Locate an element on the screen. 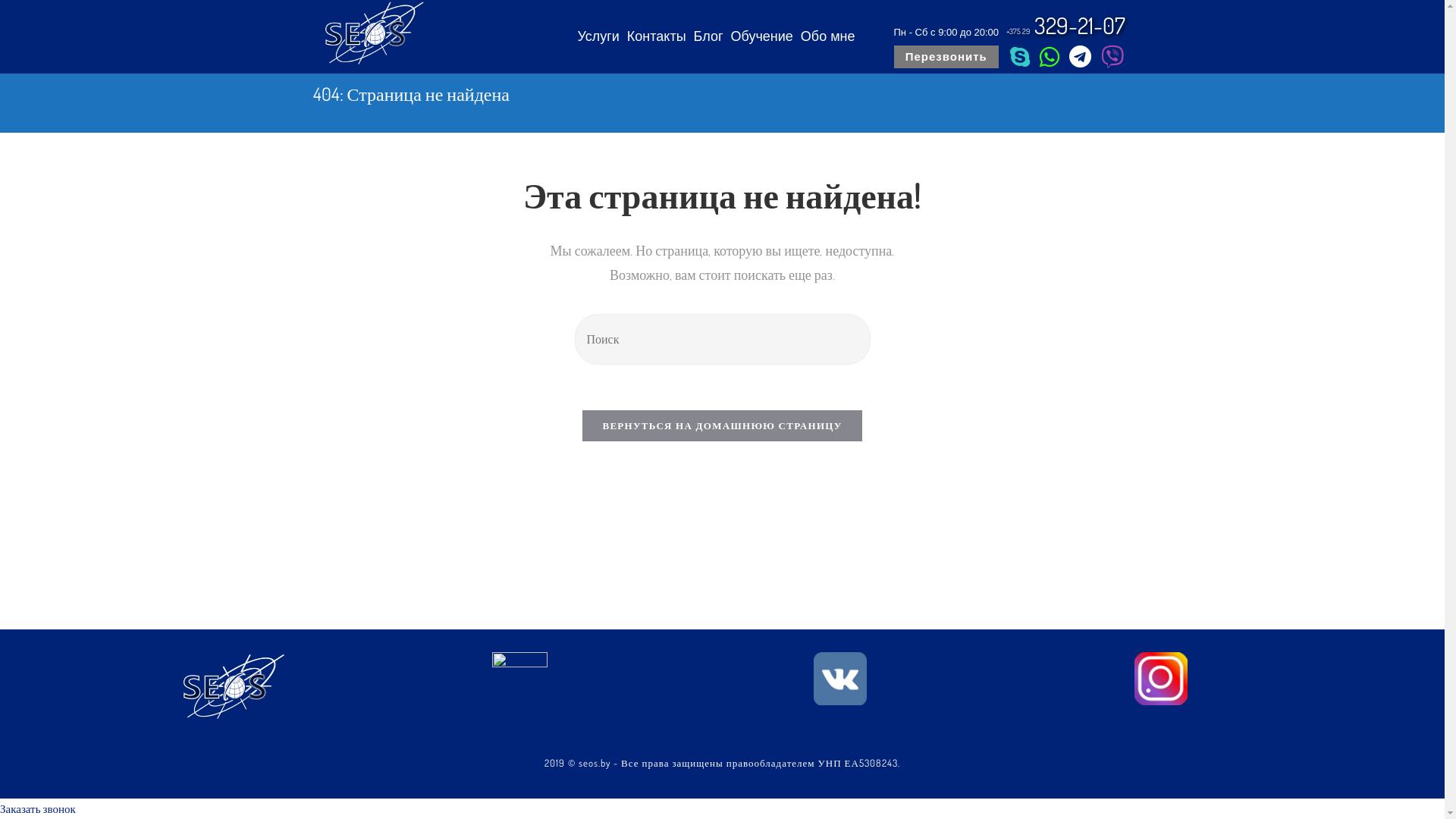 This screenshot has height=819, width=1456. '+375 29 329-21-07' is located at coordinates (1065, 25).